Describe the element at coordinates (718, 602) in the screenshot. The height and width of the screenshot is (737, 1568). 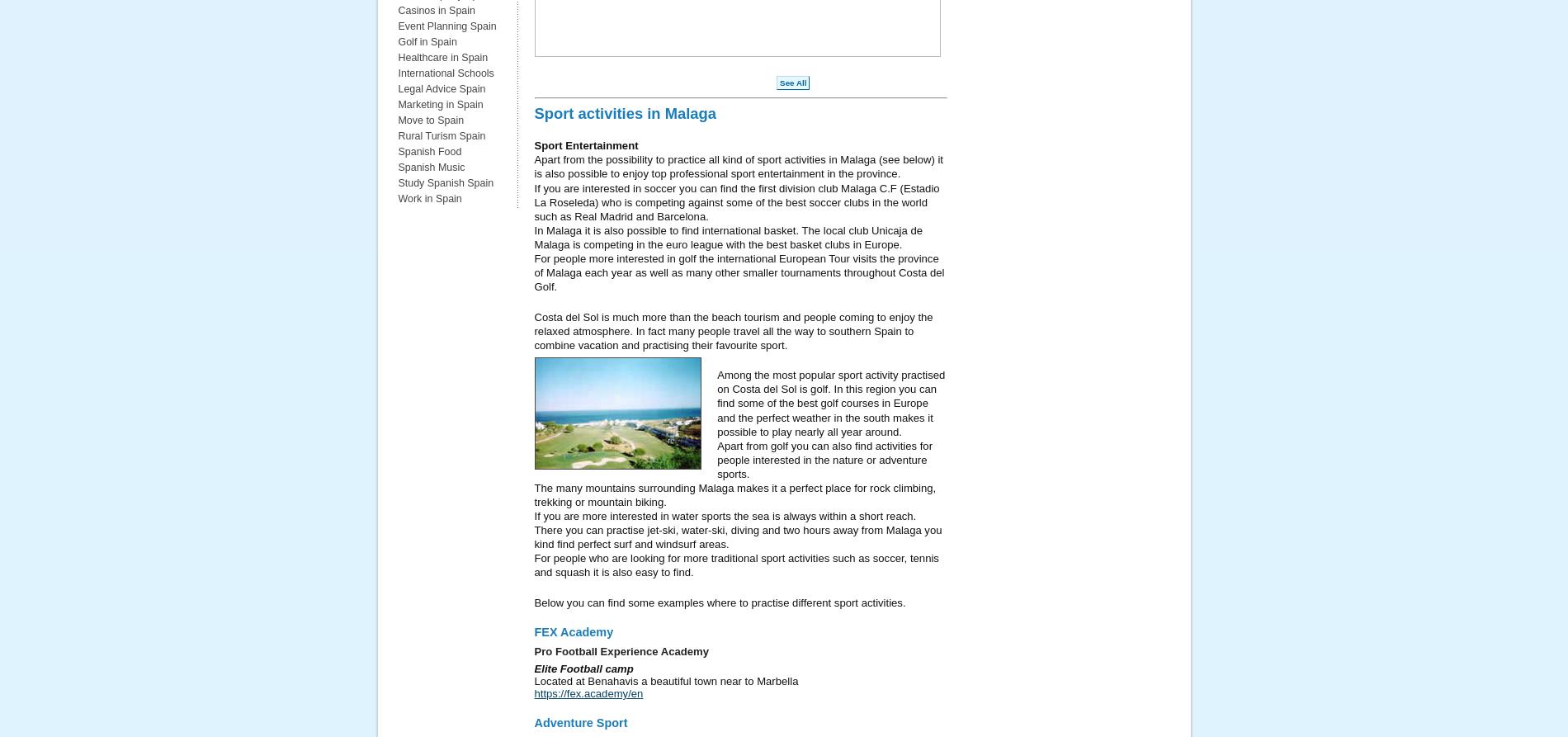
I see `'Below you can find some examples where to practise different sport activities.'` at that location.